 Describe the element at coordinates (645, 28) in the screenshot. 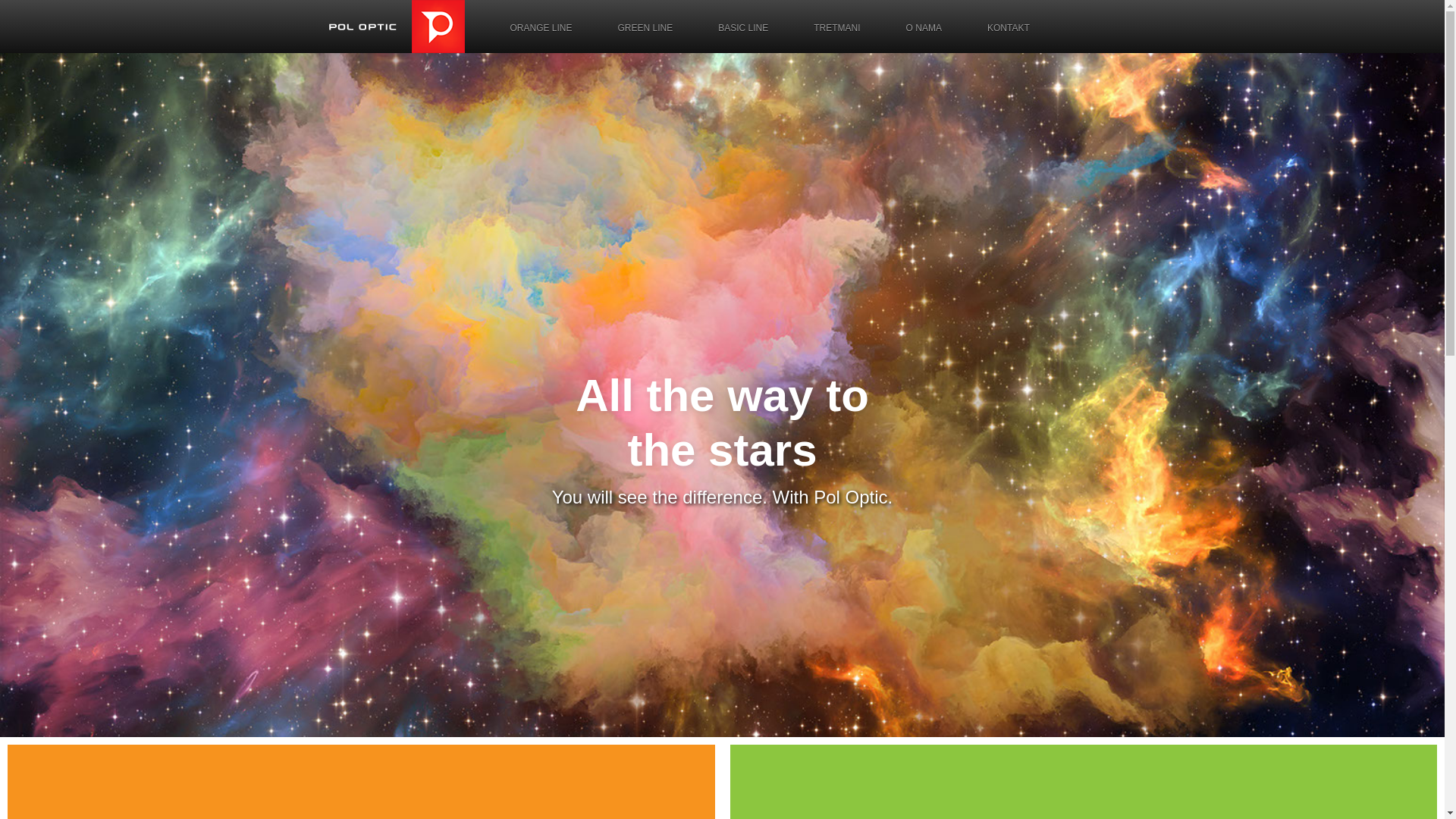

I see `'GREEN LINE'` at that location.